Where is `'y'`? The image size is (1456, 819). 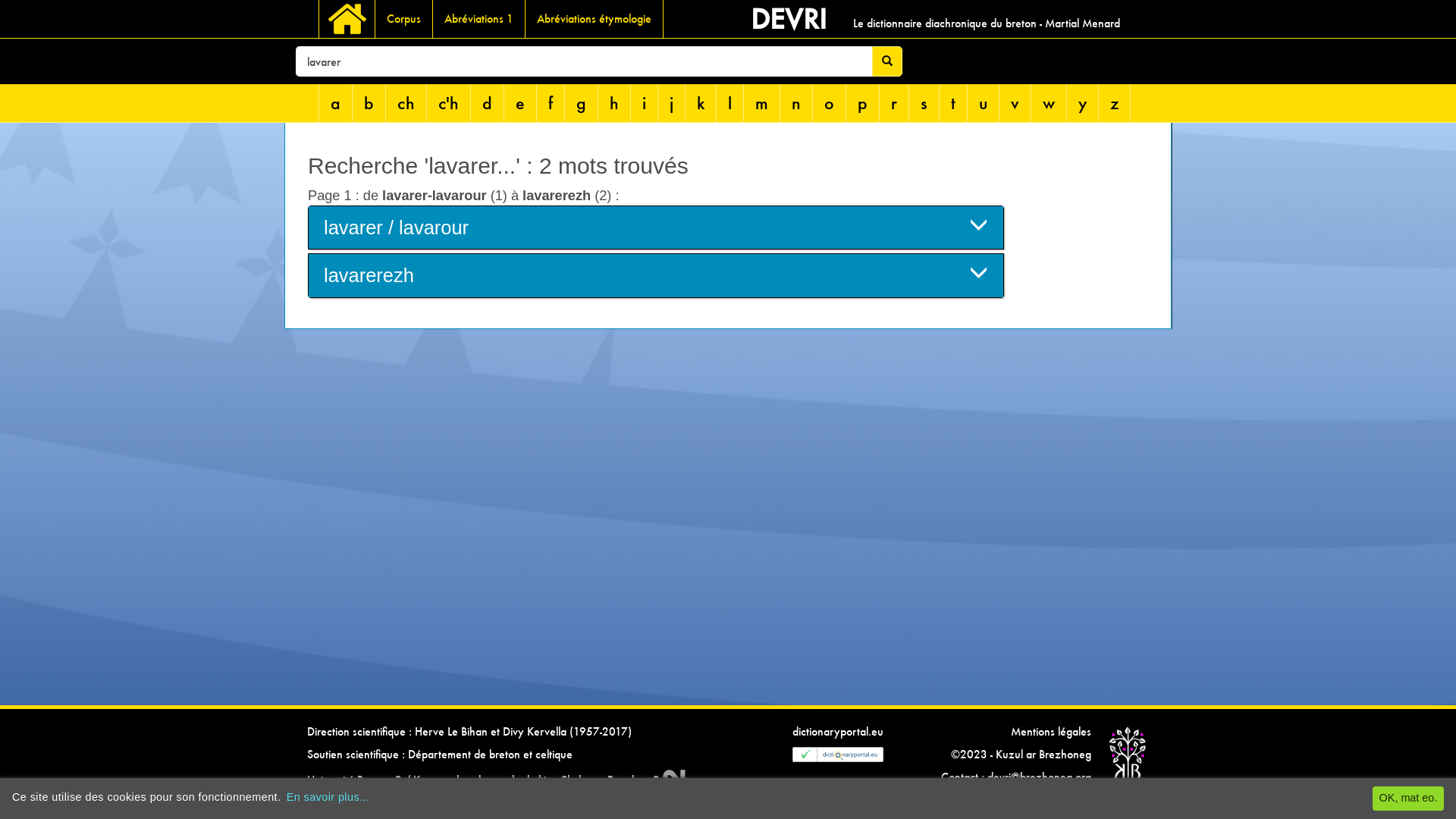 'y' is located at coordinates (1081, 102).